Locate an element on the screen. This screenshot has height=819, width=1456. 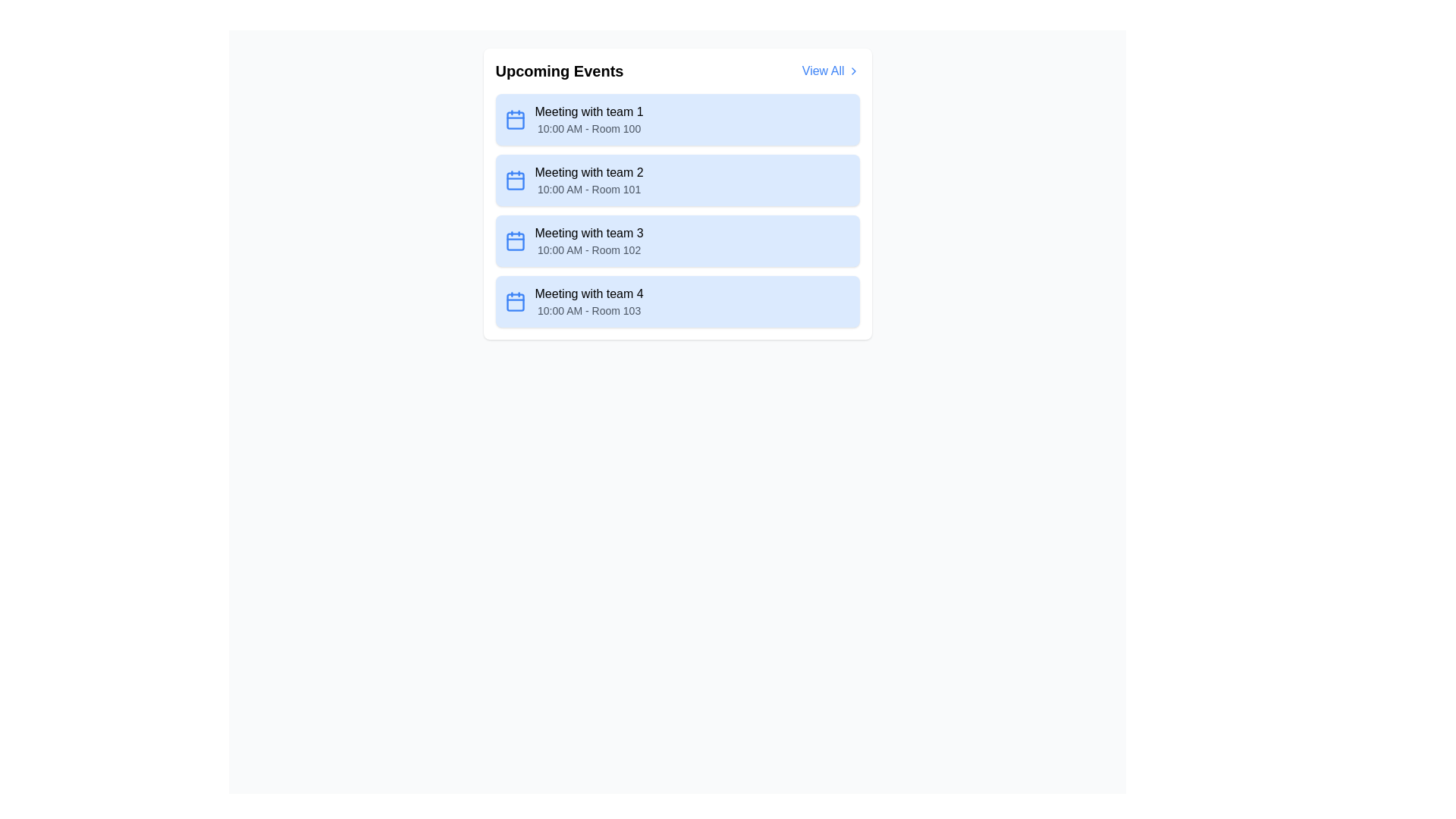
the 'Meeting with team 1' text display located in the Upcoming Events section is located at coordinates (588, 119).